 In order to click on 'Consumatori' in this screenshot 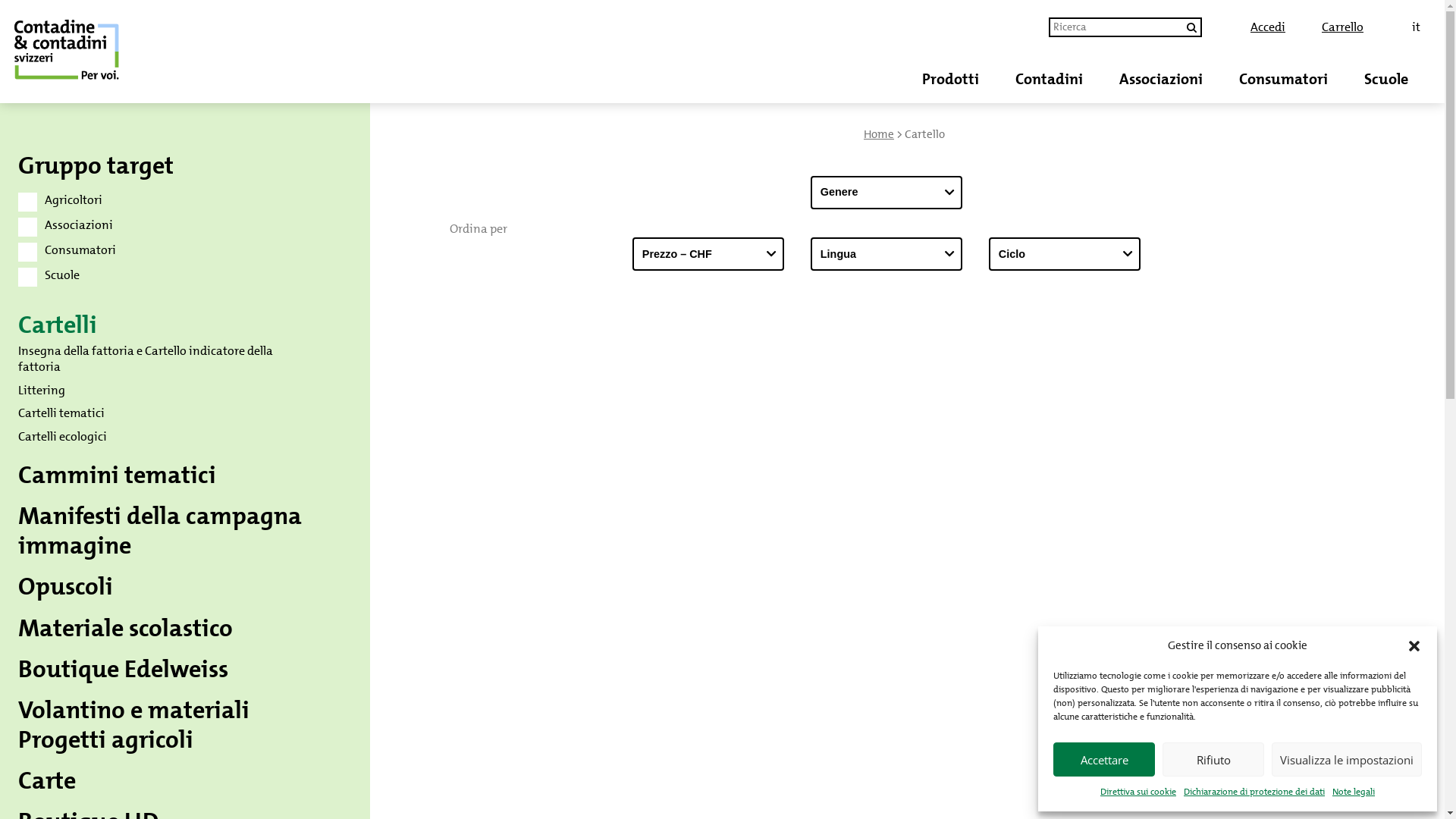, I will do `click(1282, 79)`.